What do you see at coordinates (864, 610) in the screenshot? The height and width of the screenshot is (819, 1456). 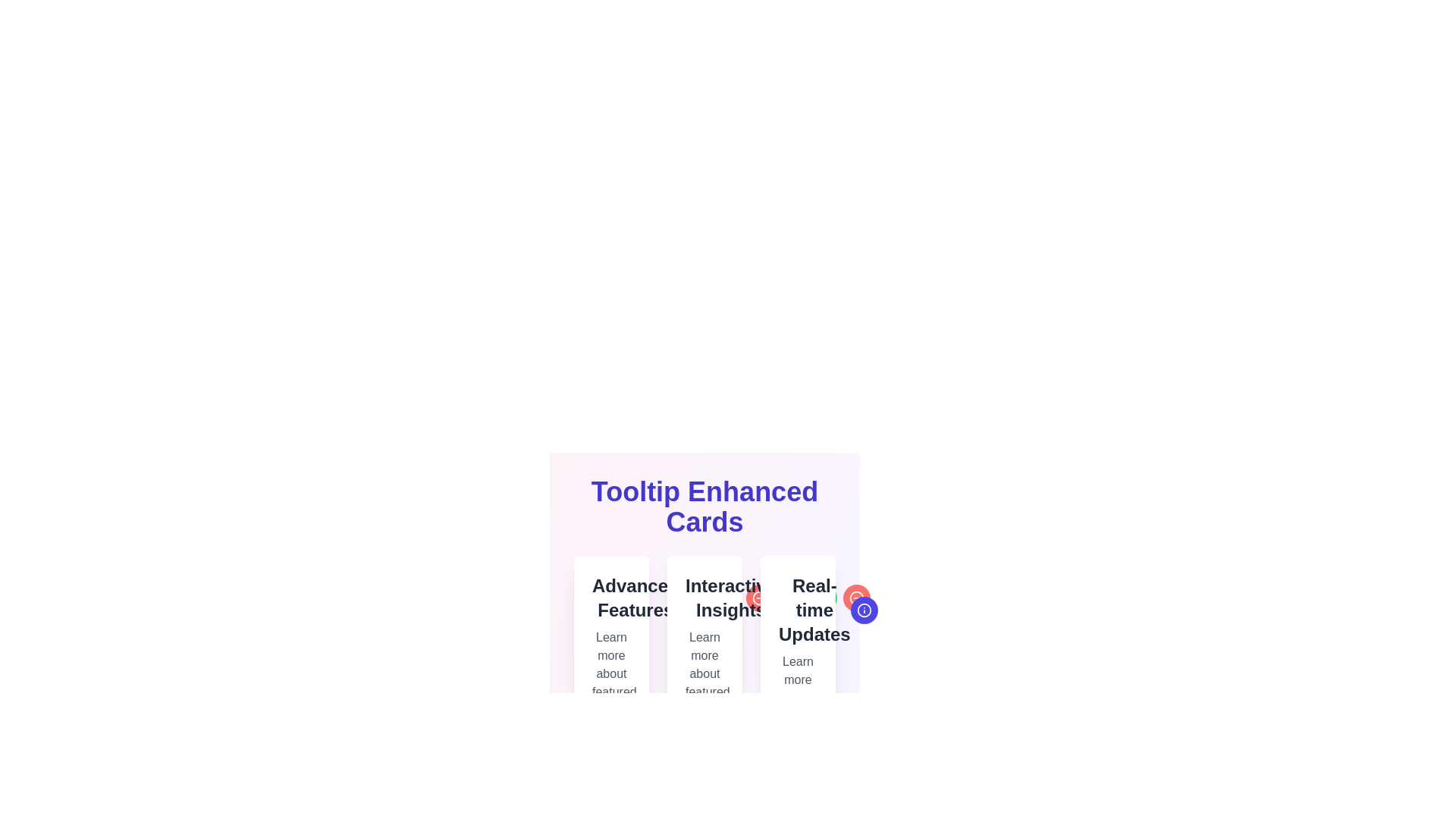 I see `the Circular SVG graphic located at the bottom-right corner of the 'Real-time Updates' card` at bounding box center [864, 610].